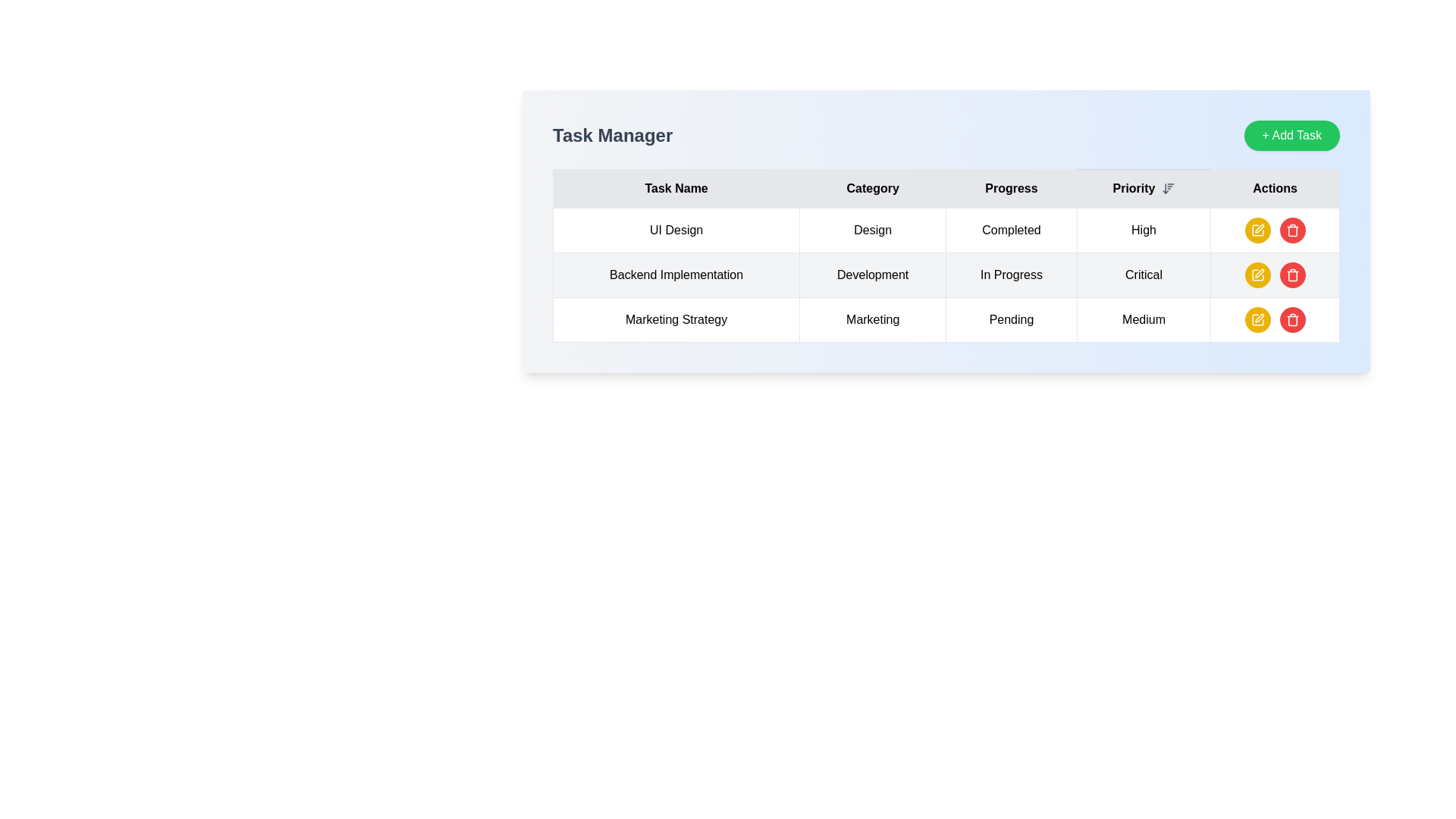 This screenshot has width=1456, height=819. What do you see at coordinates (946, 231) in the screenshot?
I see `the first row of the table displaying task 'UI Design'` at bounding box center [946, 231].